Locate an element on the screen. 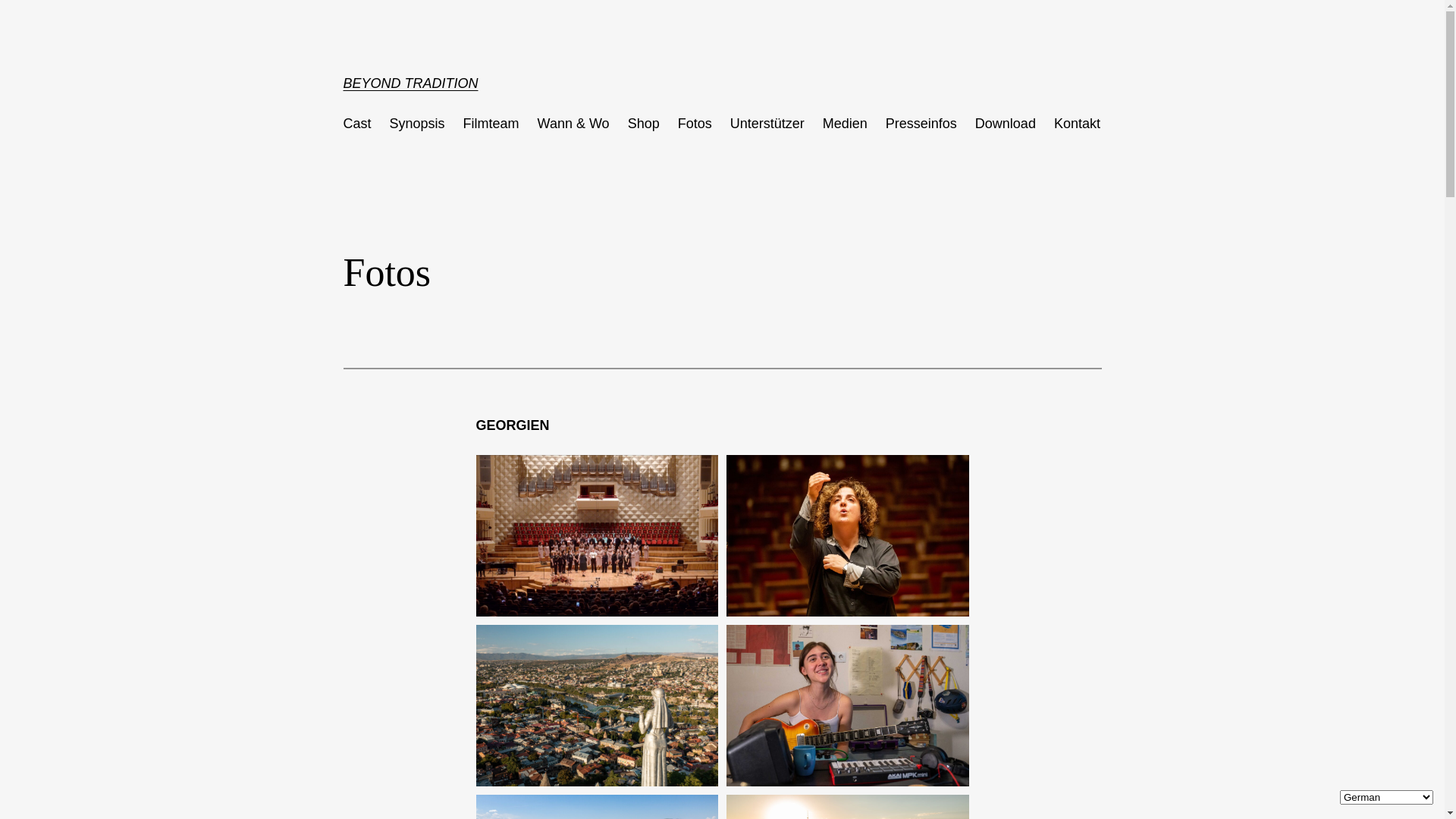  'Wann & Wo' is located at coordinates (573, 123).